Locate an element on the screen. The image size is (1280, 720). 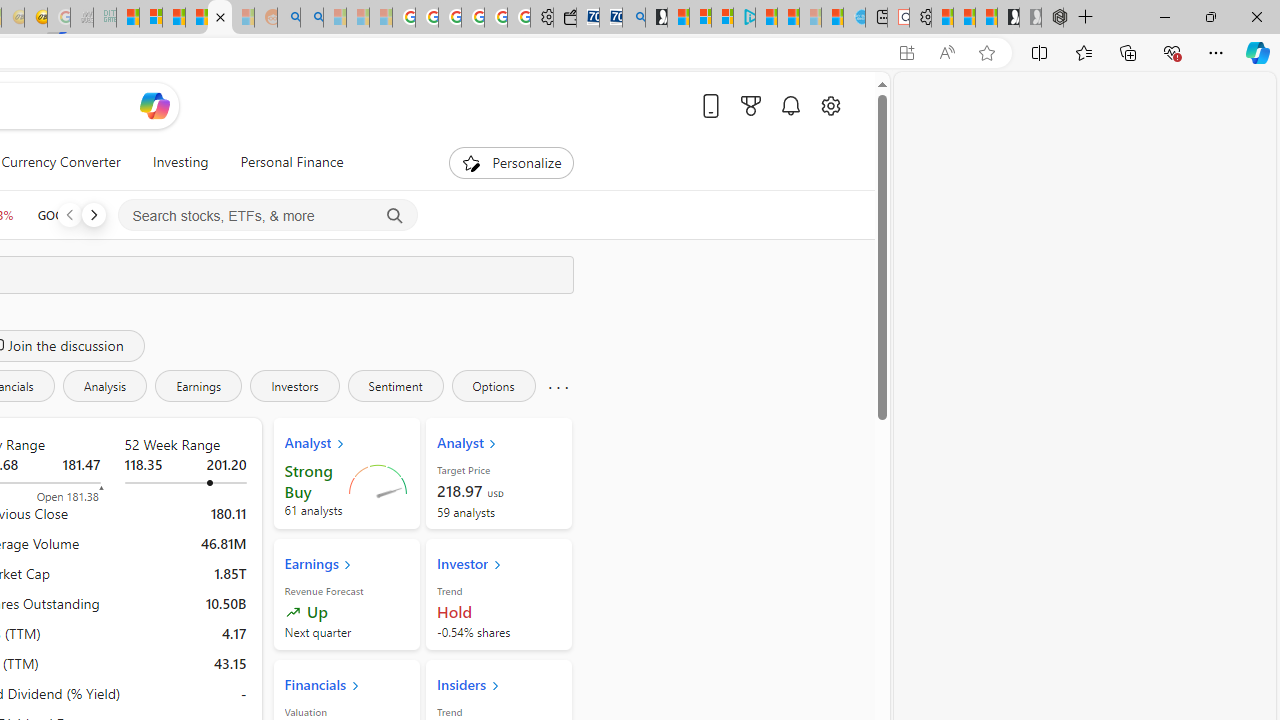
'Previous' is located at coordinates (69, 214).